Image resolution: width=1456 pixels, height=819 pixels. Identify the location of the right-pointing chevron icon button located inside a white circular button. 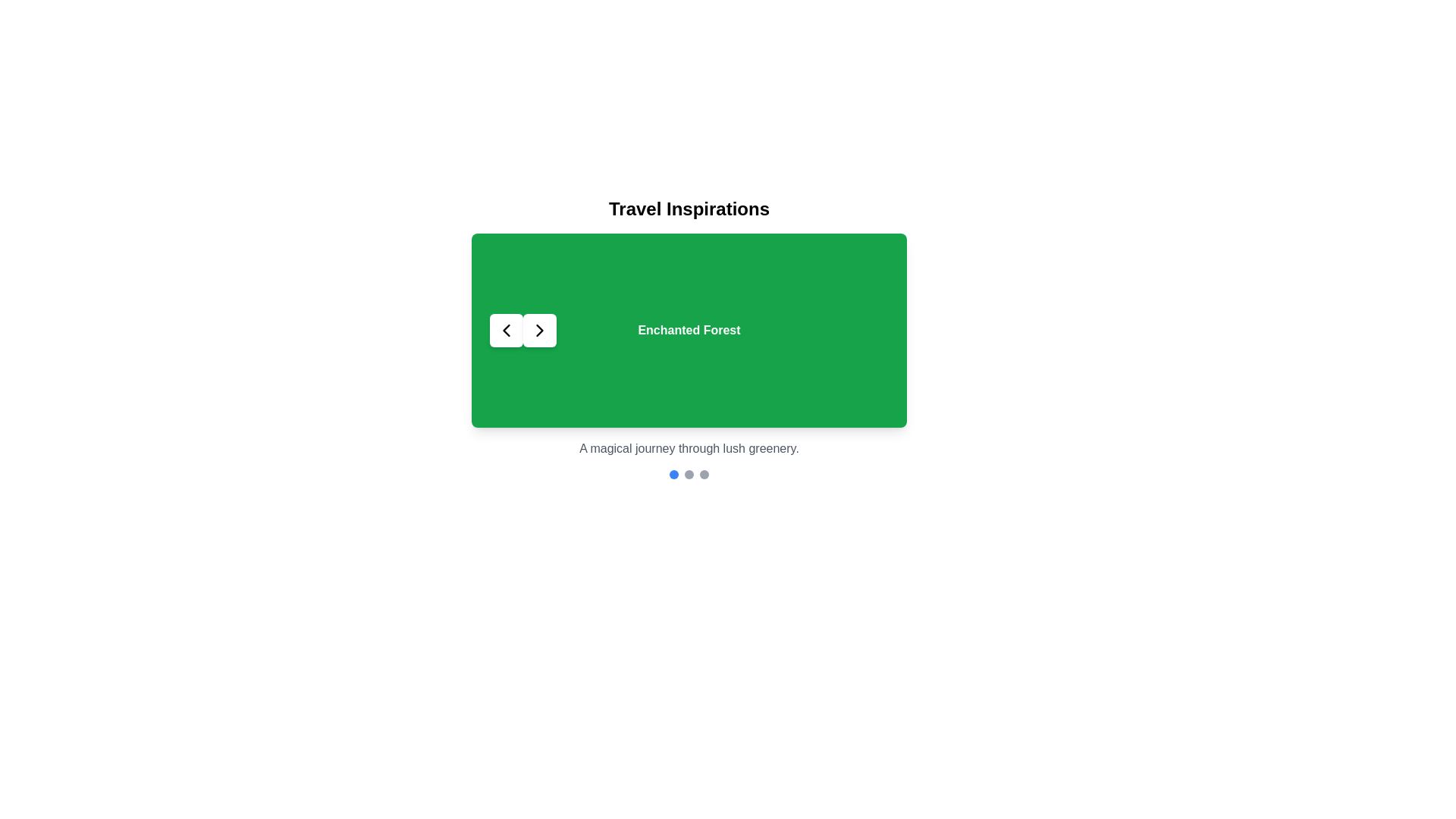
(539, 329).